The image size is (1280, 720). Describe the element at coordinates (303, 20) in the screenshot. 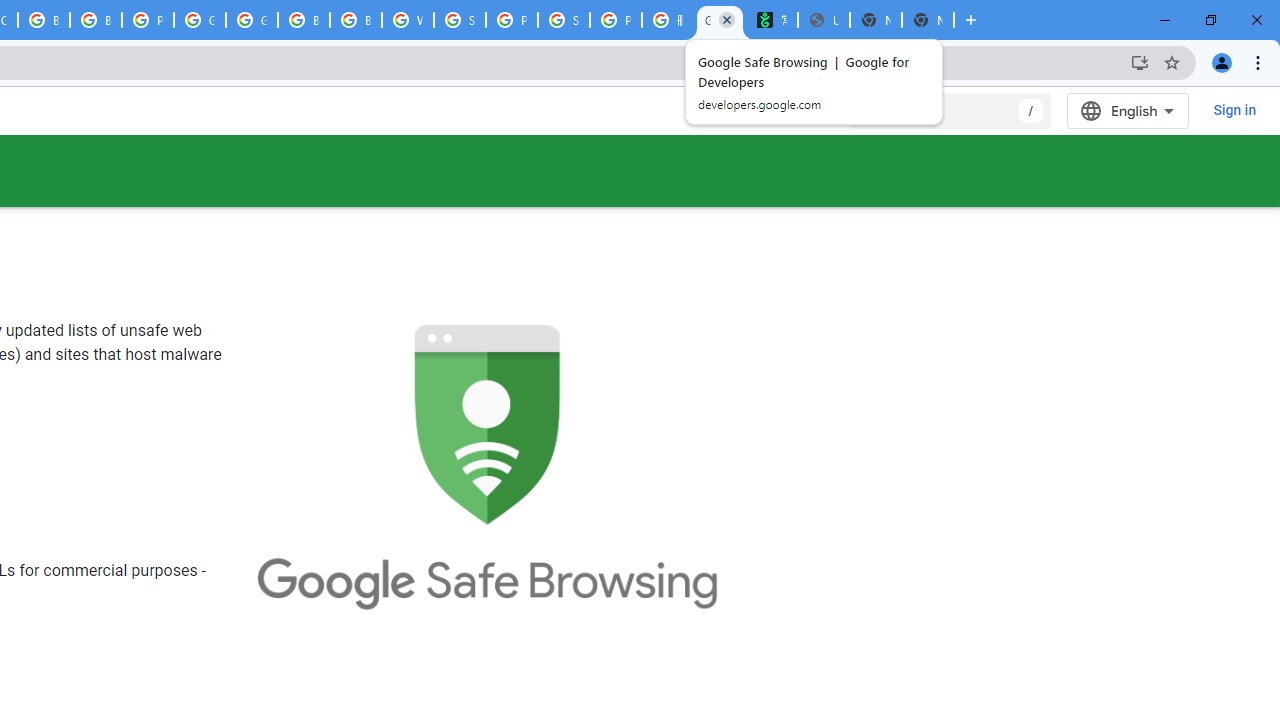

I see `'Browse Chrome as a guest - Computer - Google Chrome Help'` at that location.